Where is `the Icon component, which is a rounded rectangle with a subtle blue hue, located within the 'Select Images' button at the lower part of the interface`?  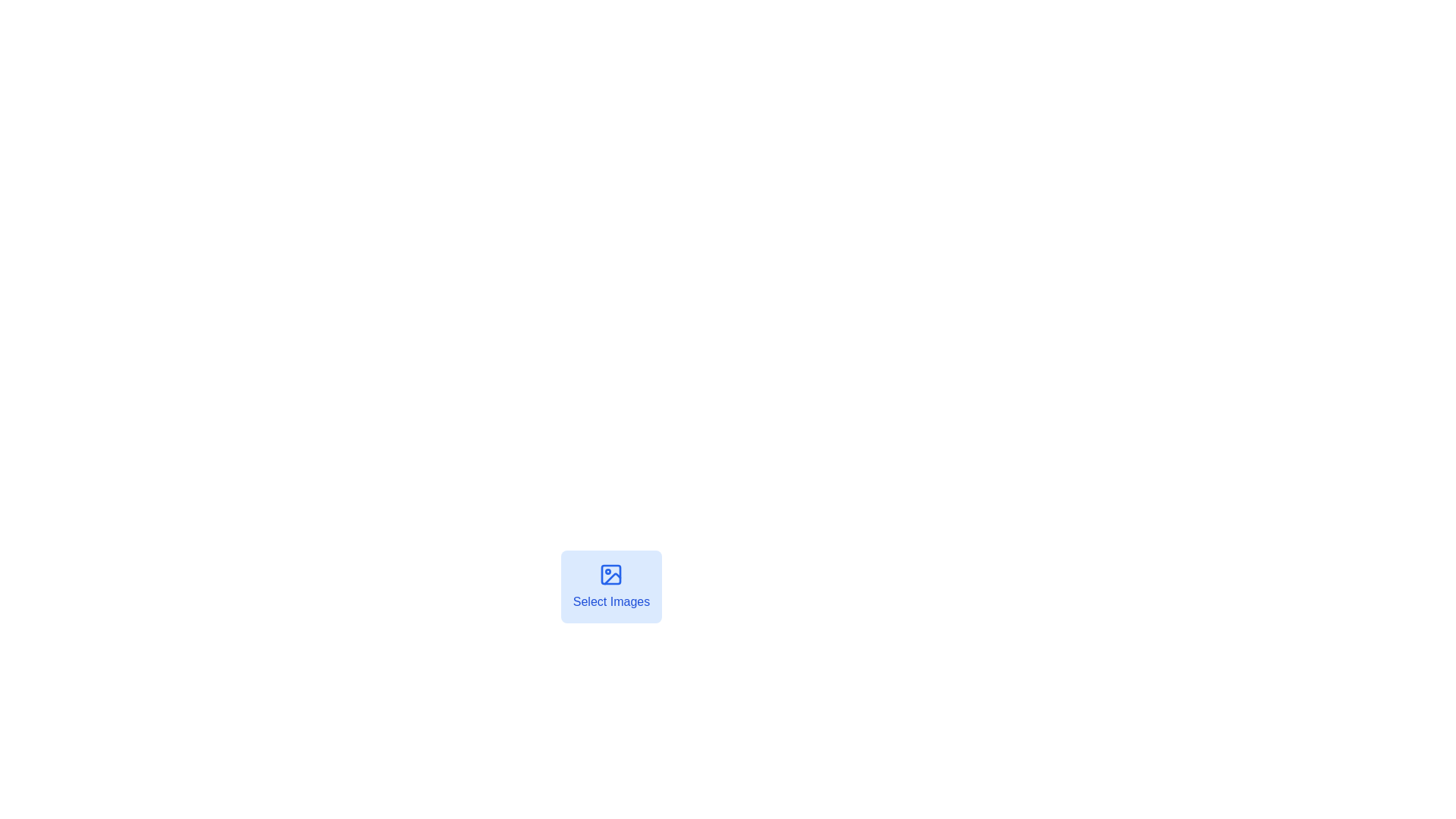
the Icon component, which is a rounded rectangle with a subtle blue hue, located within the 'Select Images' button at the lower part of the interface is located at coordinates (611, 575).